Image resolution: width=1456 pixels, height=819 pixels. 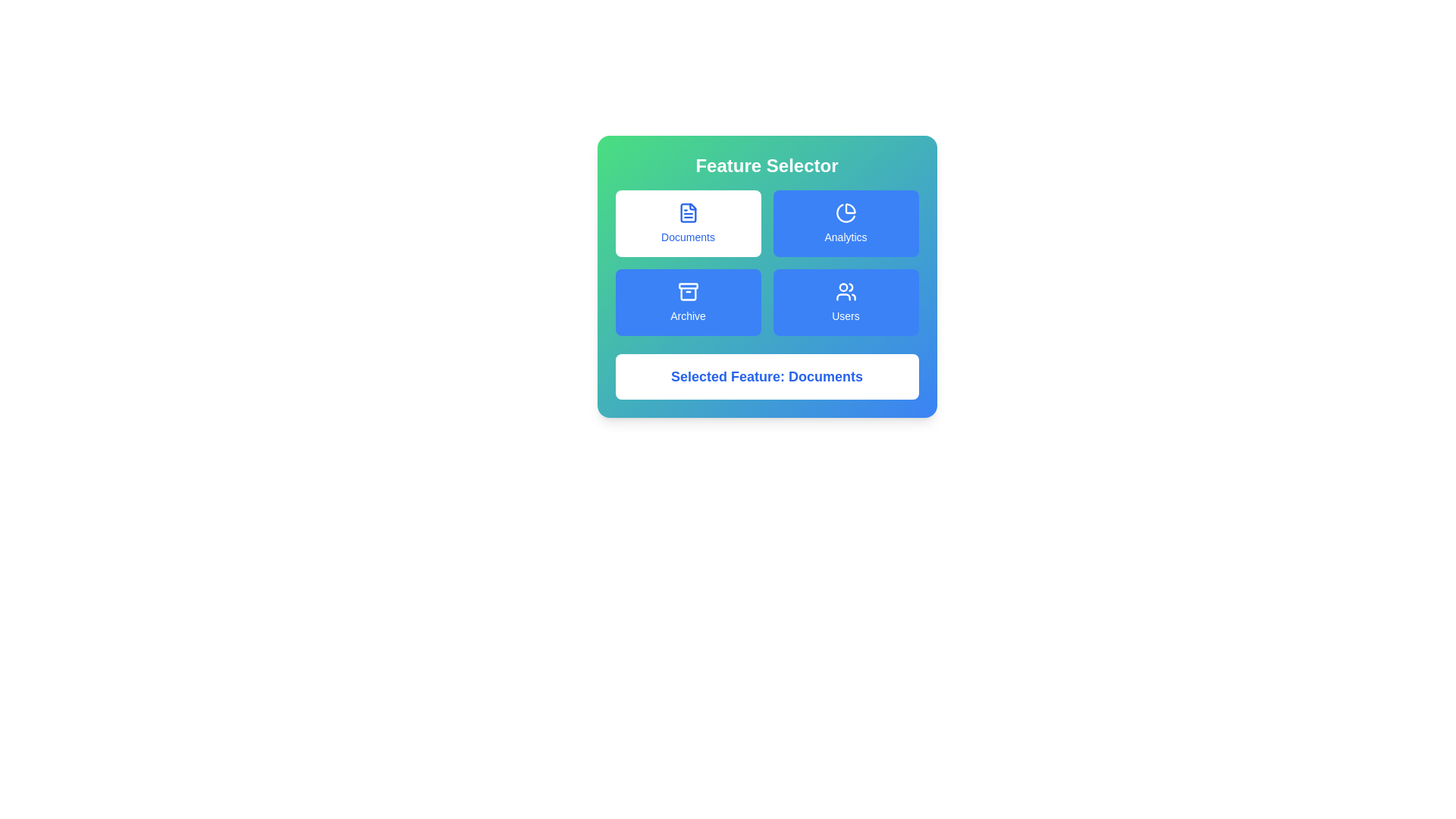 What do you see at coordinates (845, 223) in the screenshot?
I see `the 'Analytics' button located in the top-right segment of the grid under 'Feature Selector' for accessibility interactions` at bounding box center [845, 223].